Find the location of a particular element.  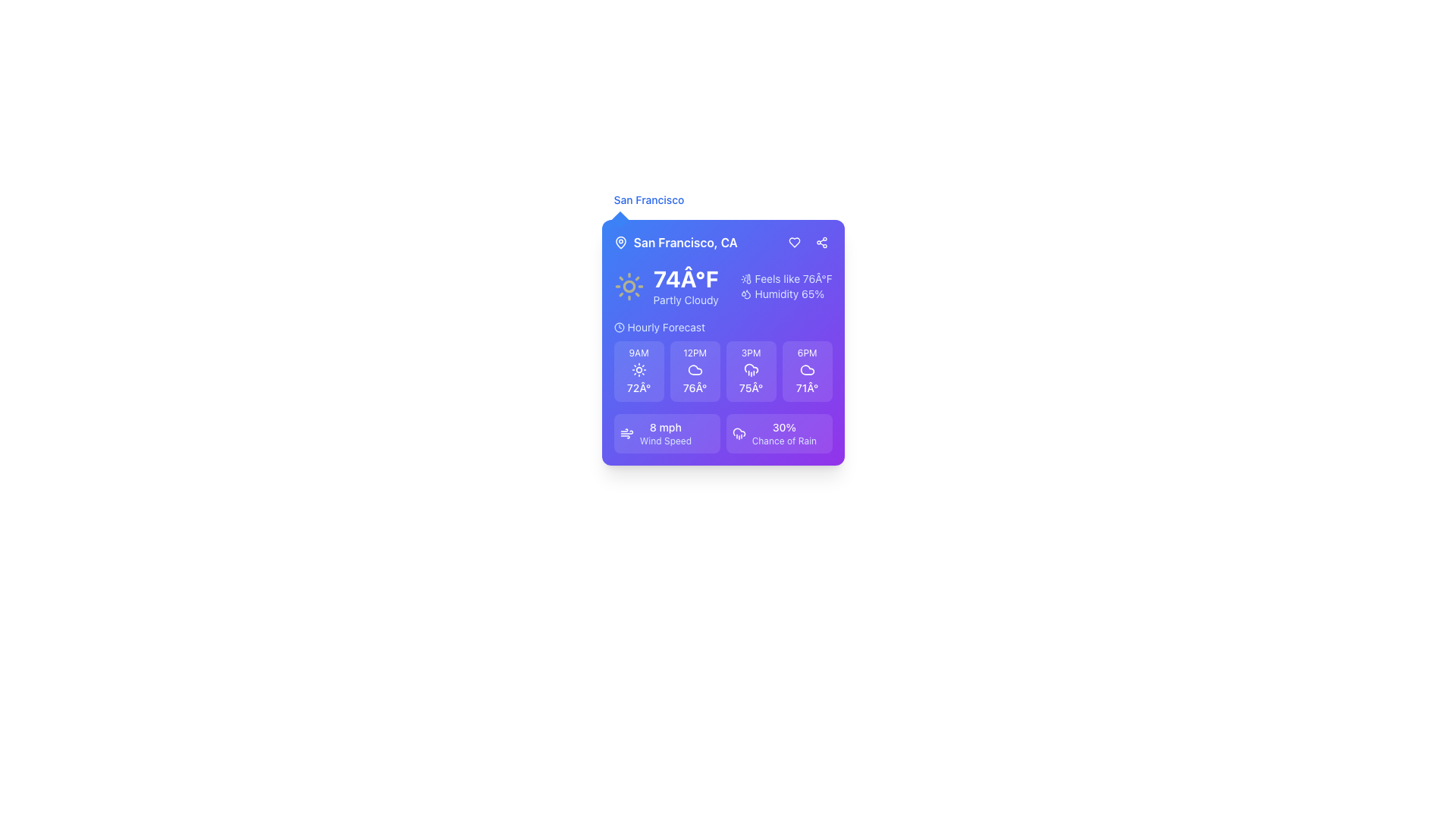

the temperature text indicating the forecast for 6PM, which is located in the bottom section of a rounded card under a cloud icon is located at coordinates (806, 388).